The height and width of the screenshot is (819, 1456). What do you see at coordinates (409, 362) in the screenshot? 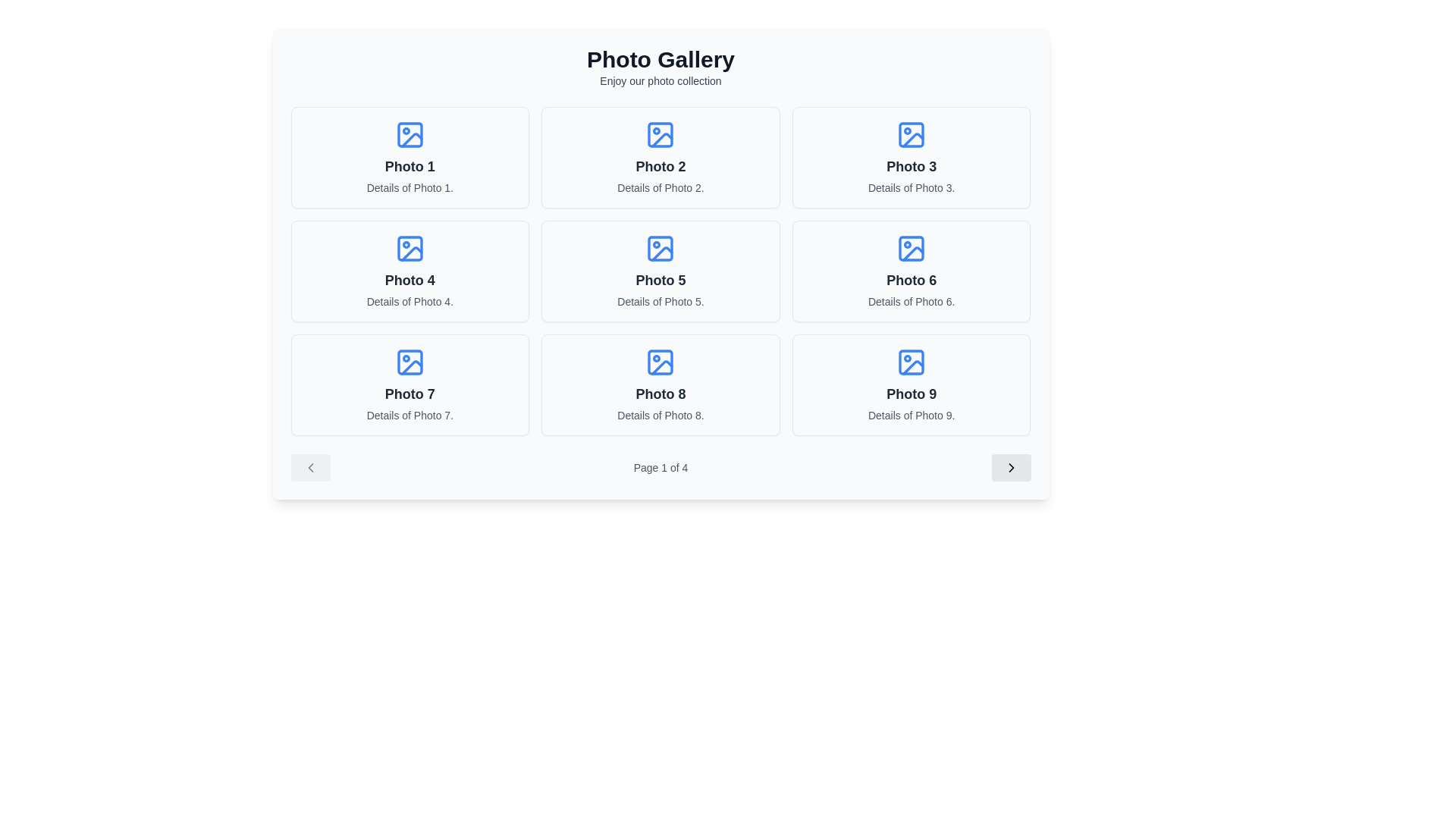
I see `the image icon with a blue outline located above the text 'Photo 7' in the 'Photo 7' card` at bounding box center [409, 362].